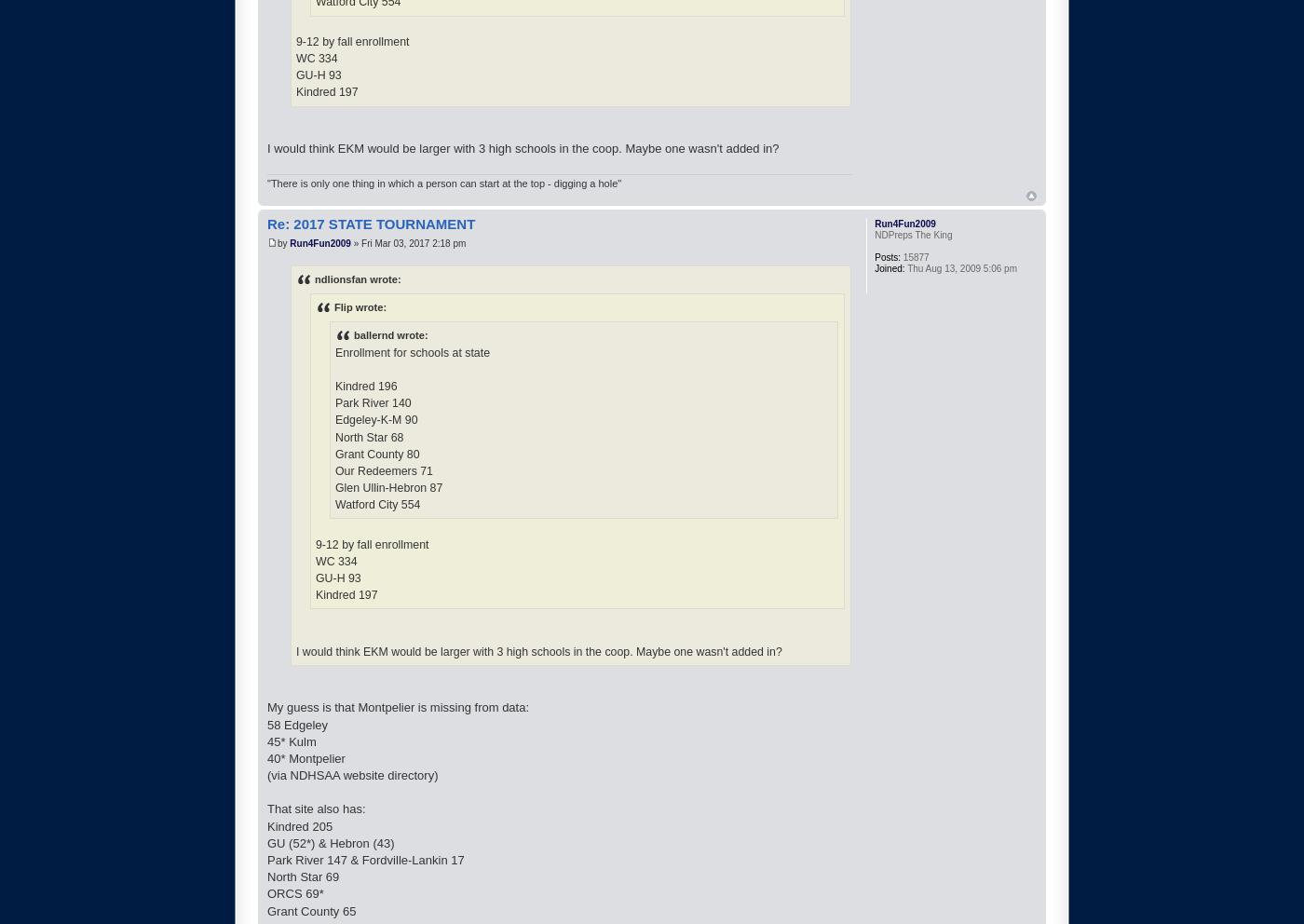  I want to click on 'Park River 140', so click(373, 402).